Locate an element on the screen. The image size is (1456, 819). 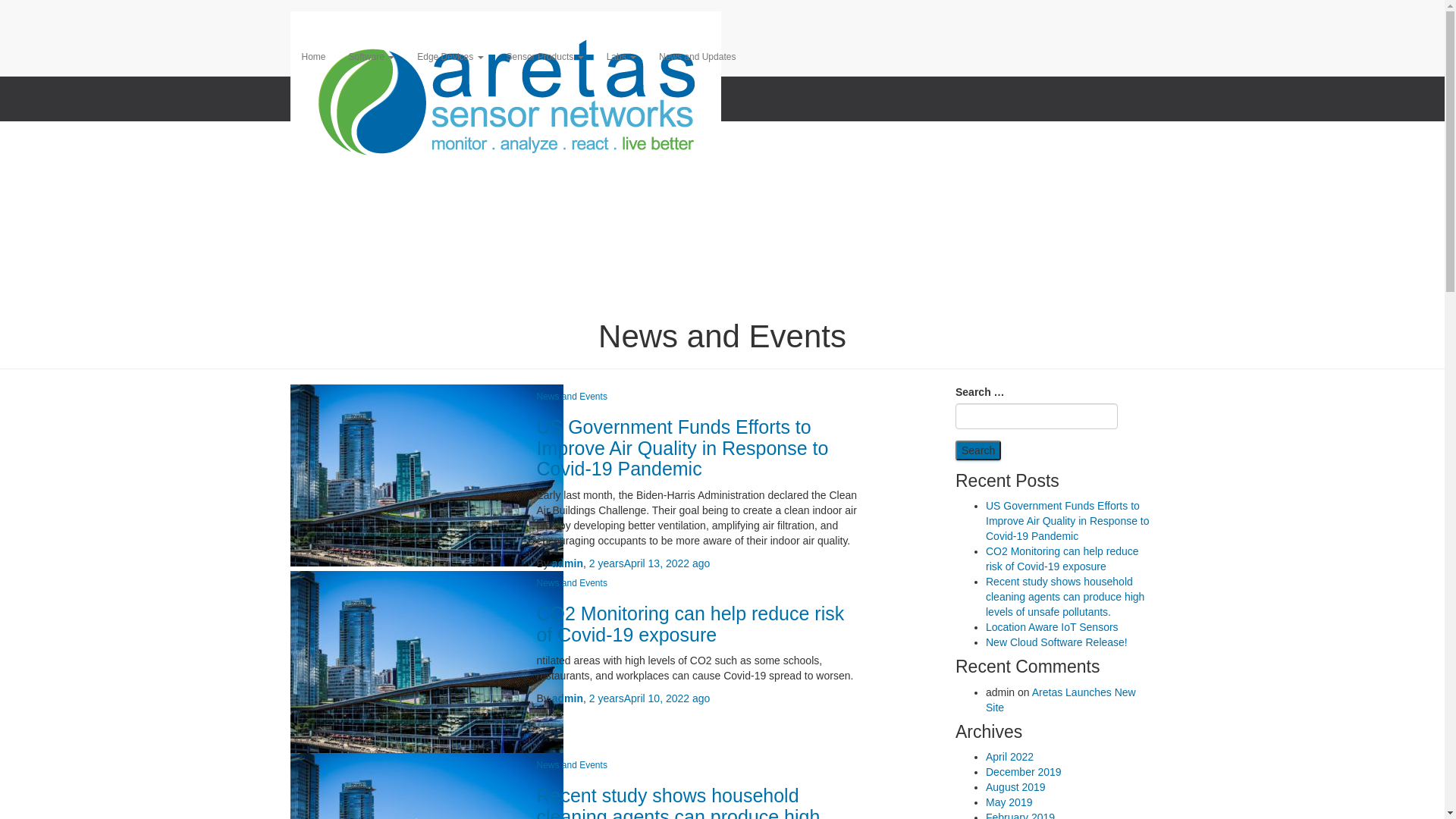
'CO2 Monitoring can help reduce risk of Covid-19 exposure' is located at coordinates (690, 623).